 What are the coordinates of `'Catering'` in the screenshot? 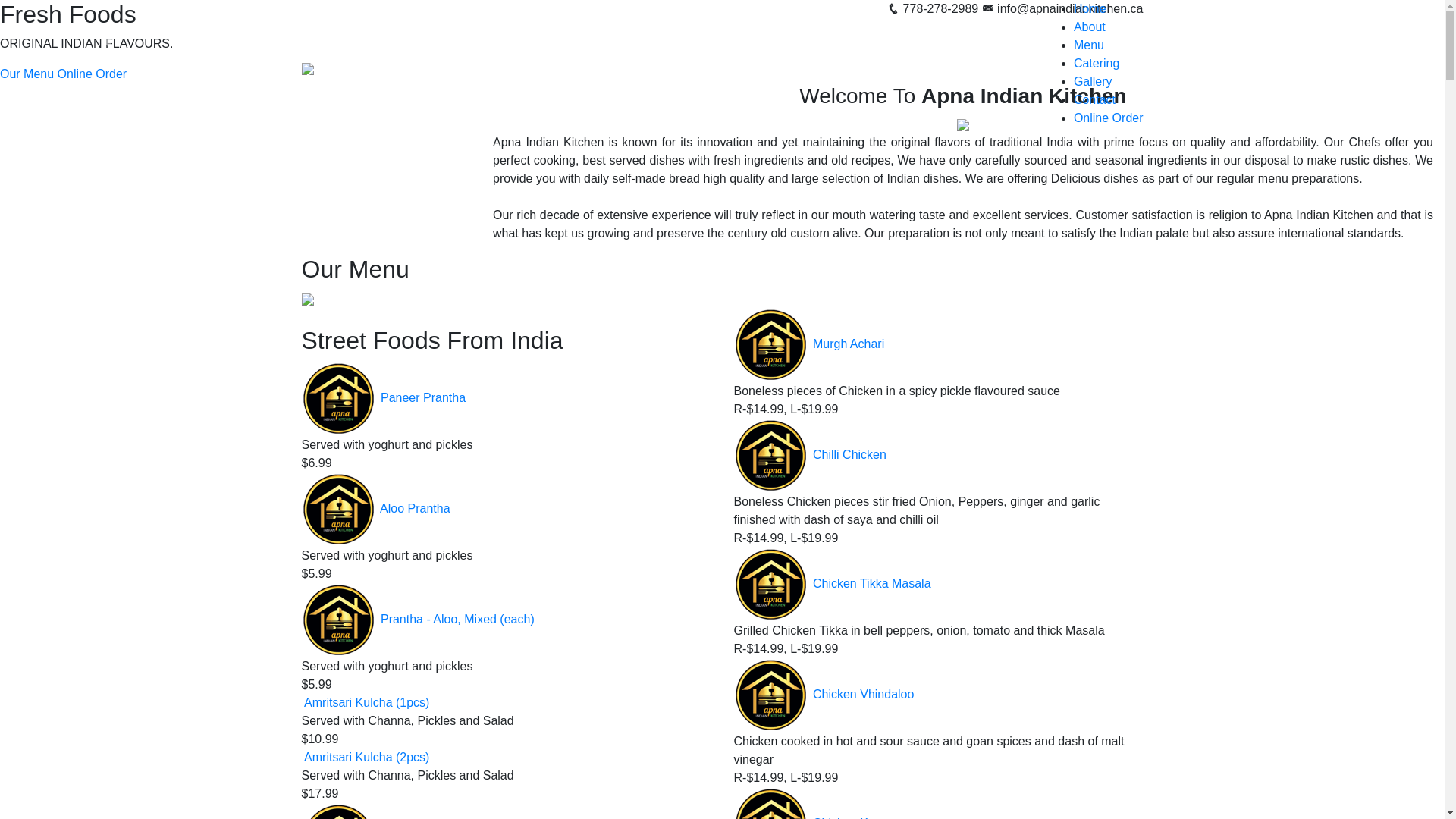 It's located at (1096, 62).